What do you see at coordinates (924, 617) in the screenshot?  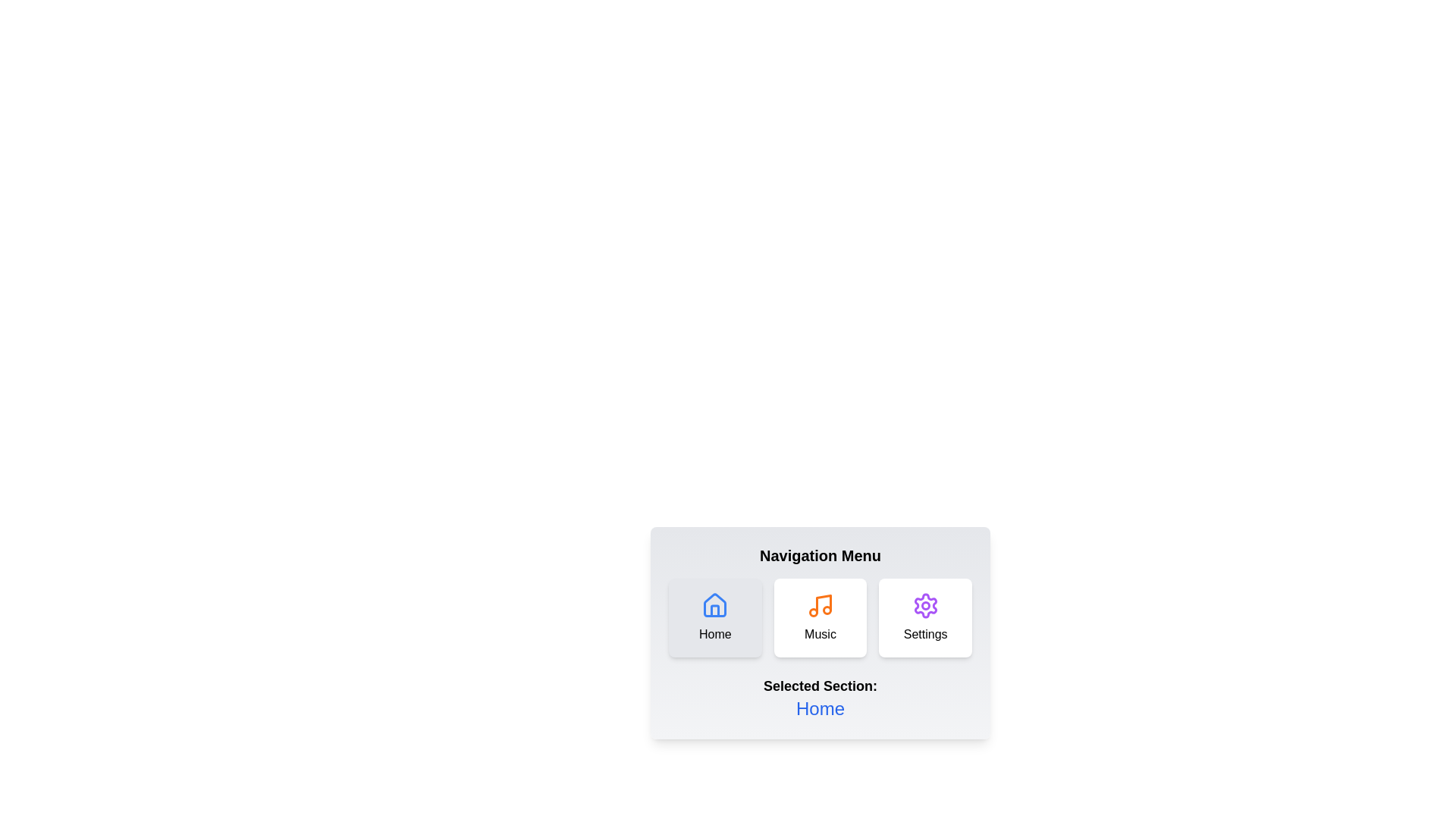 I see `the Settings button to navigate to the corresponding section` at bounding box center [924, 617].